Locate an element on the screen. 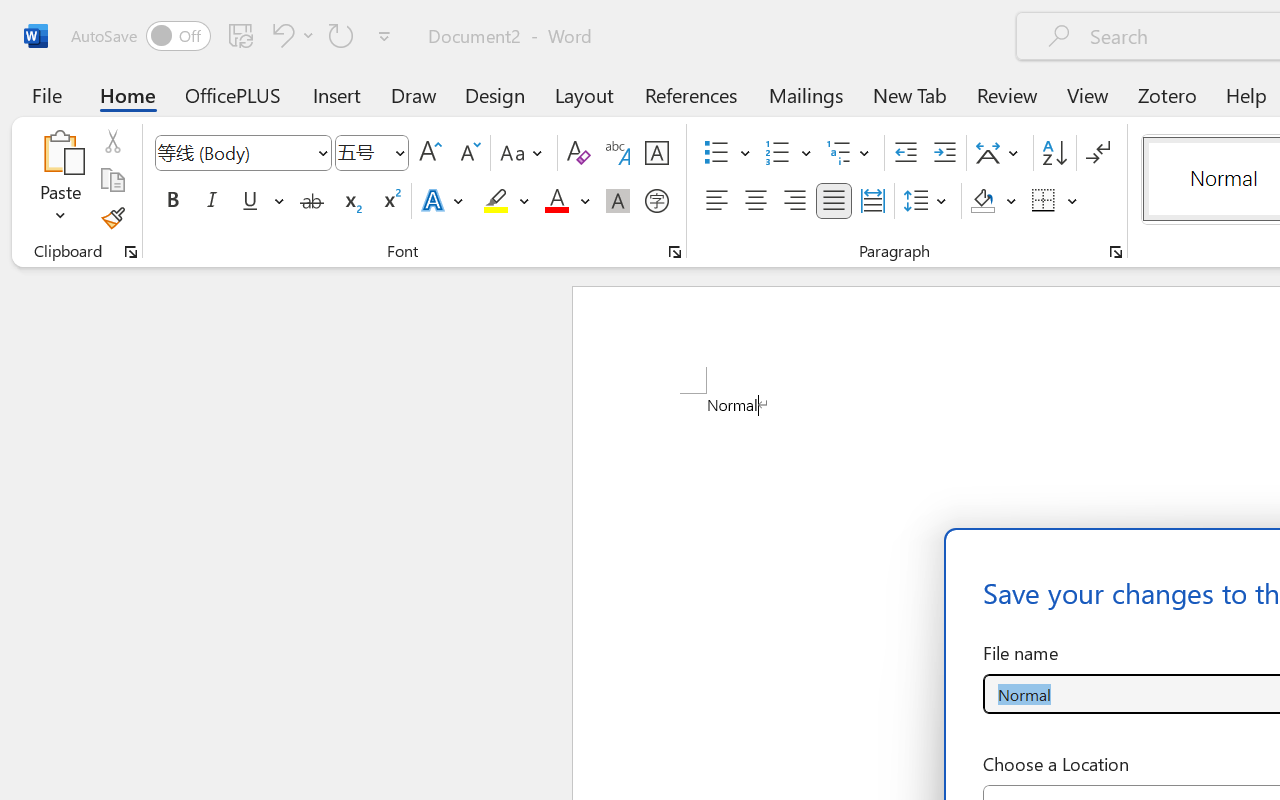 This screenshot has width=1280, height=800. 'Justify' is located at coordinates (834, 201).